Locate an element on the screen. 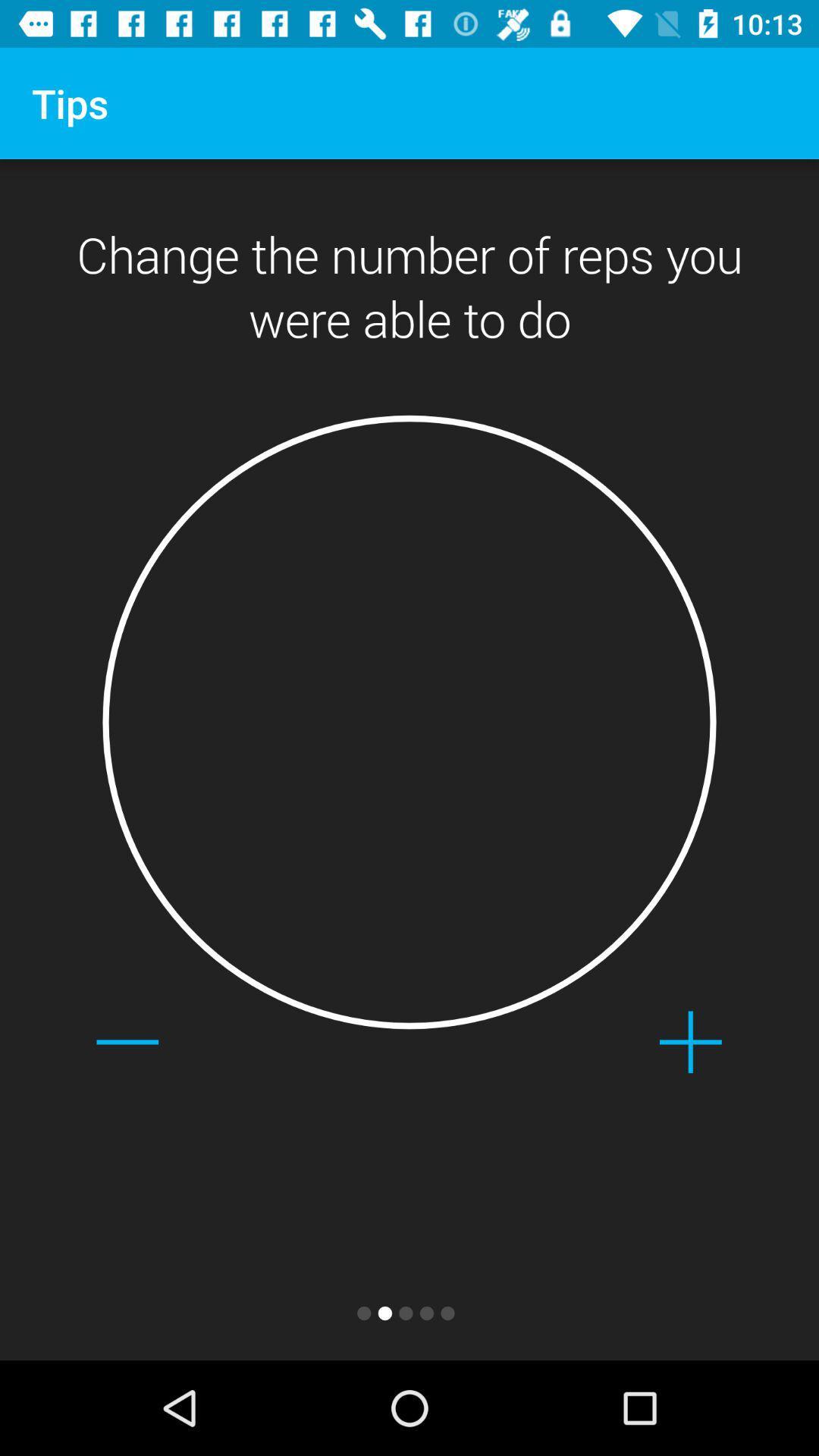 This screenshot has width=819, height=1456. icon below change the number is located at coordinates (127, 1041).